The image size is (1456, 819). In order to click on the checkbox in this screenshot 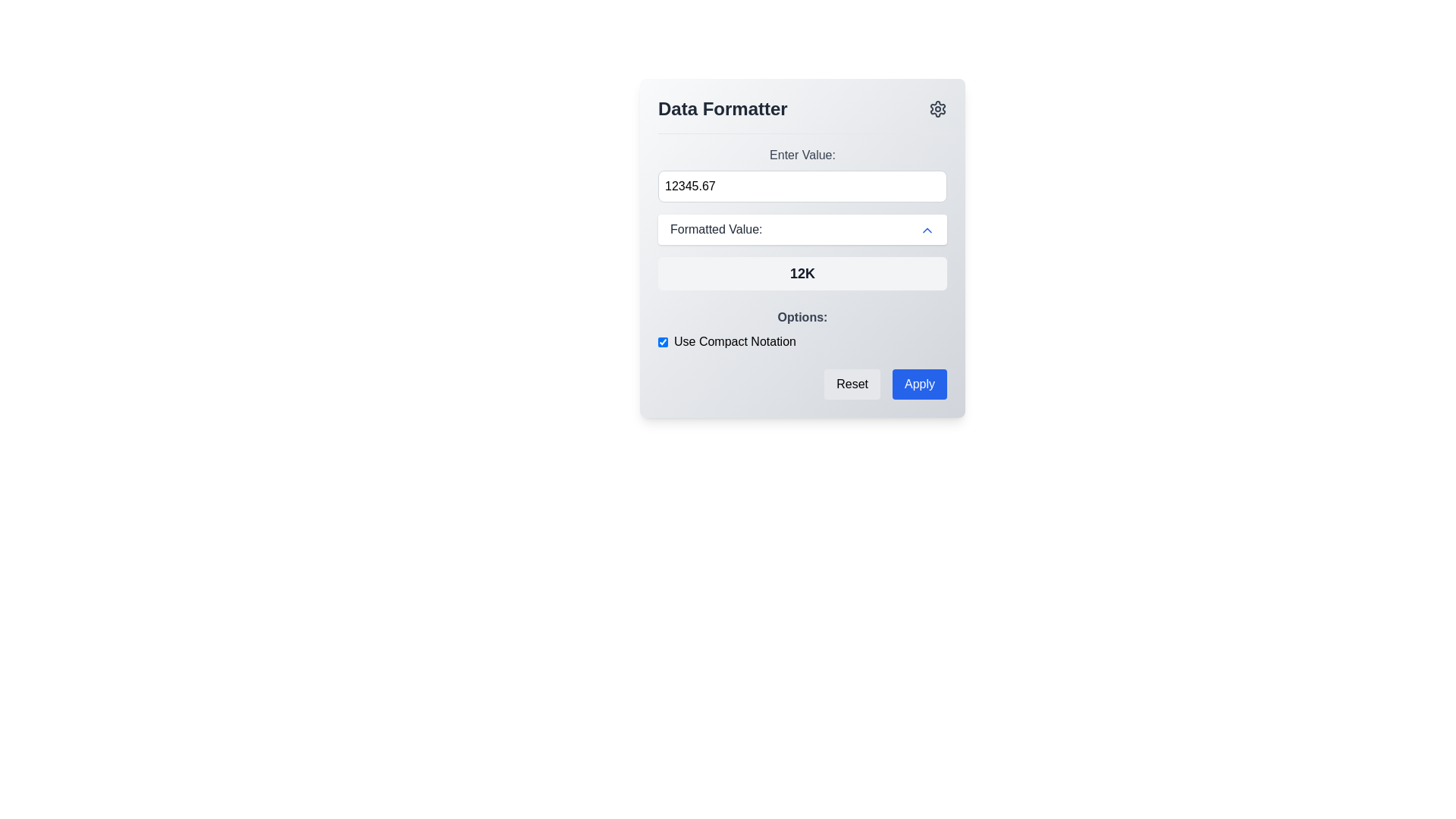, I will do `click(663, 342)`.